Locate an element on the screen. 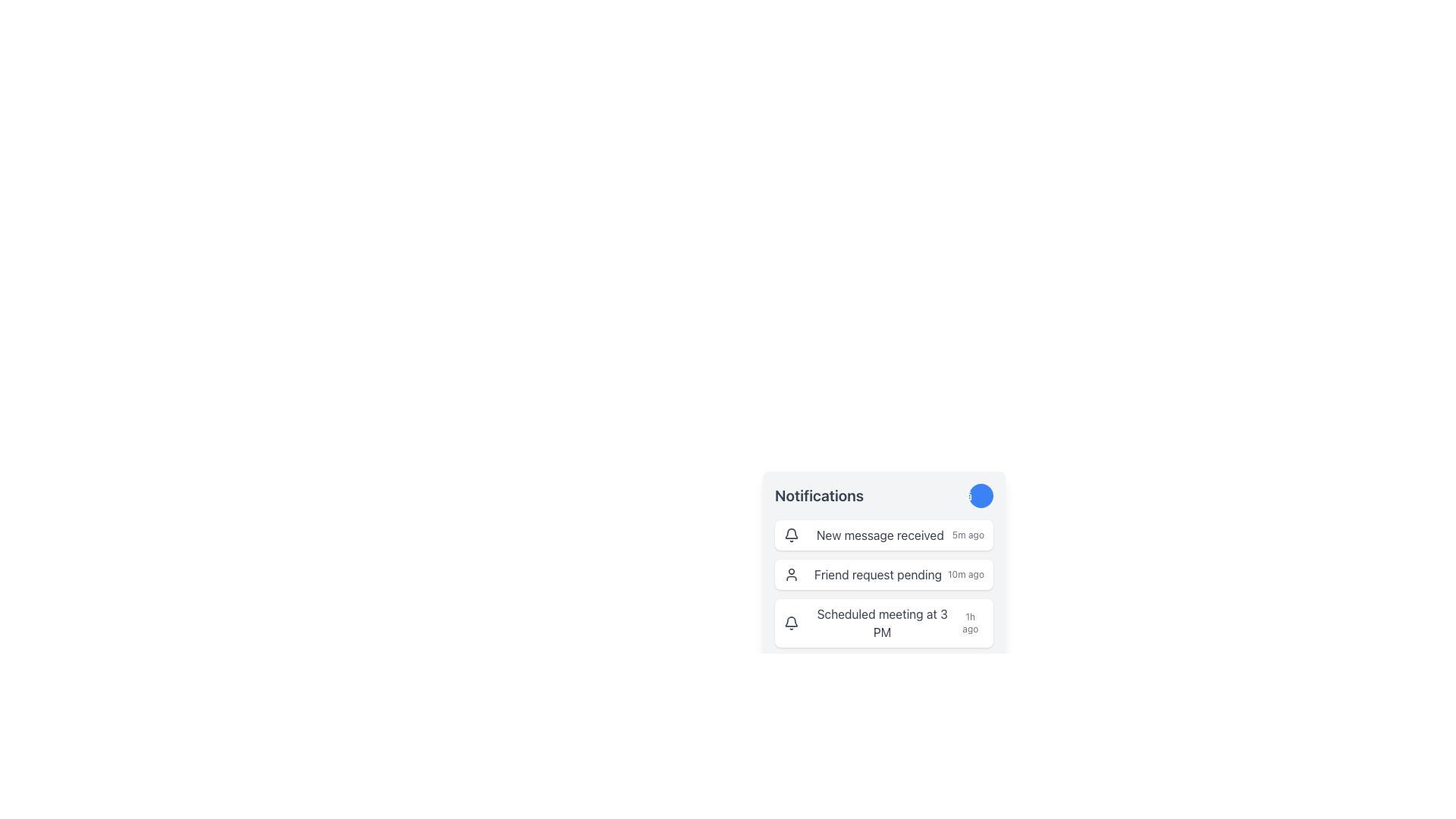 The height and width of the screenshot is (819, 1456). the first notification item component is located at coordinates (884, 534).